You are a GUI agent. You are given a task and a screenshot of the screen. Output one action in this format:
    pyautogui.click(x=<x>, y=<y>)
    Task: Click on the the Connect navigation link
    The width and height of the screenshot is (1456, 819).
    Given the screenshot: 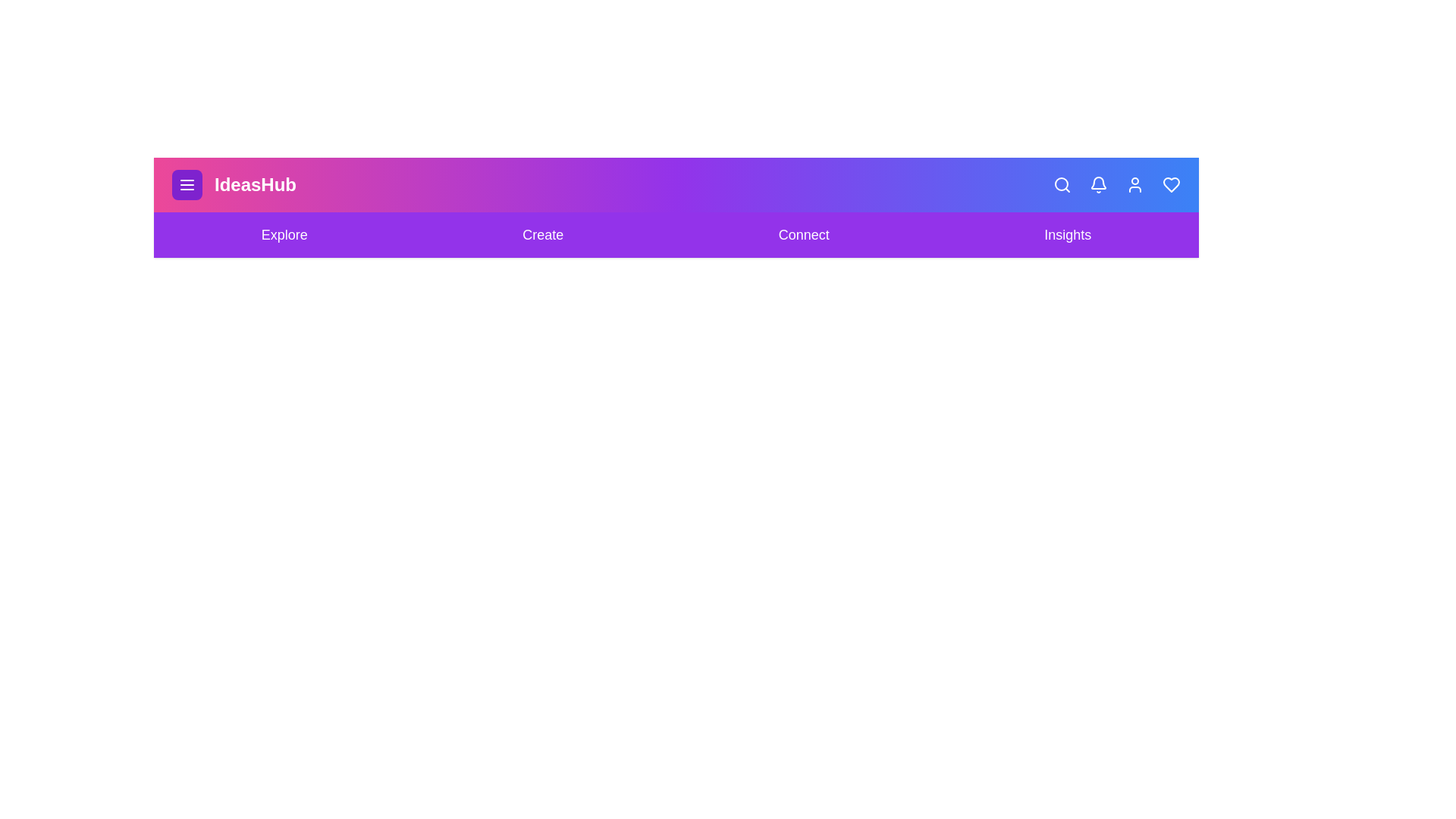 What is the action you would take?
    pyautogui.click(x=803, y=234)
    